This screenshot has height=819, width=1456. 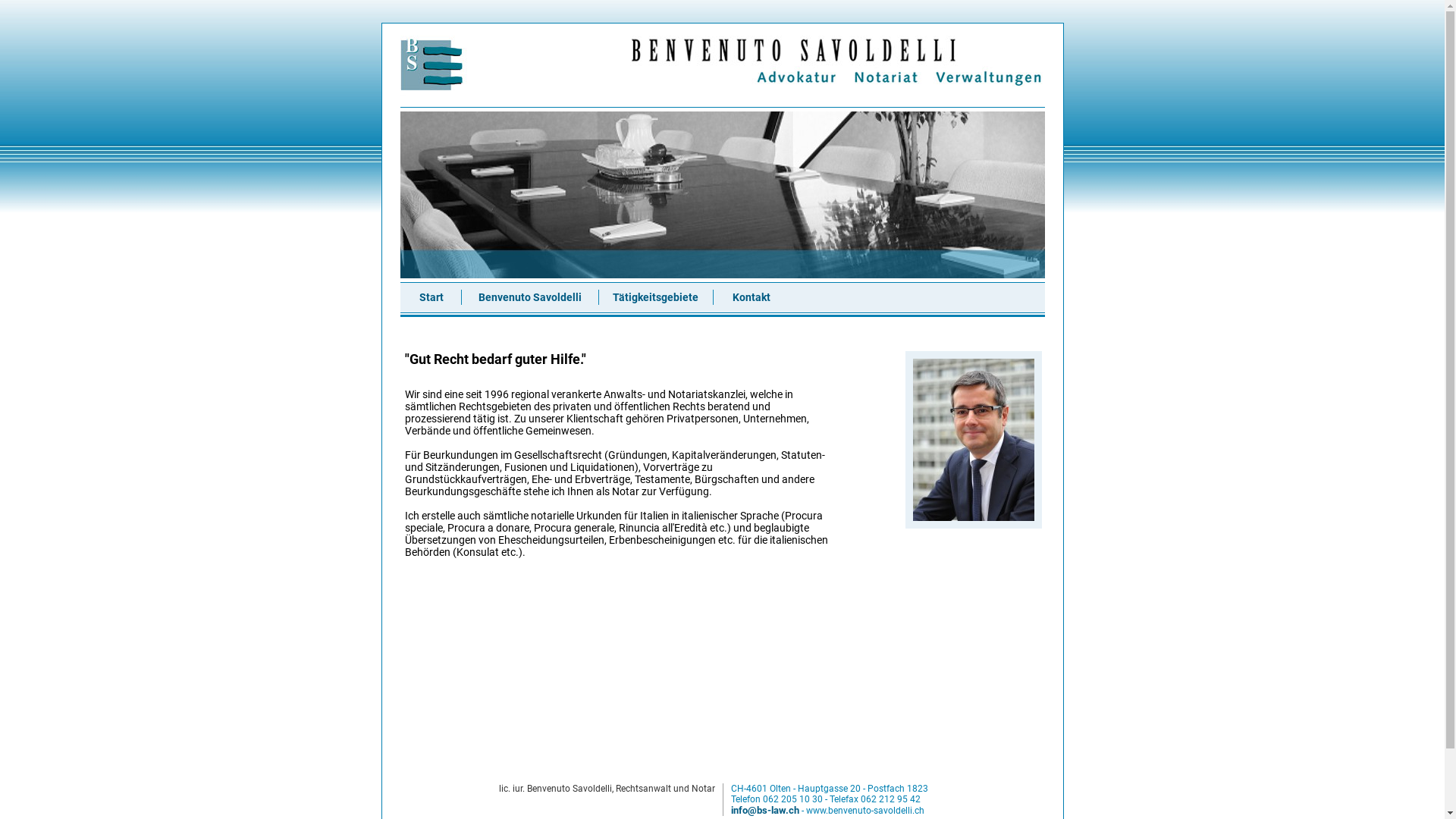 What do you see at coordinates (751, 297) in the screenshot?
I see `'Kontakt'` at bounding box center [751, 297].